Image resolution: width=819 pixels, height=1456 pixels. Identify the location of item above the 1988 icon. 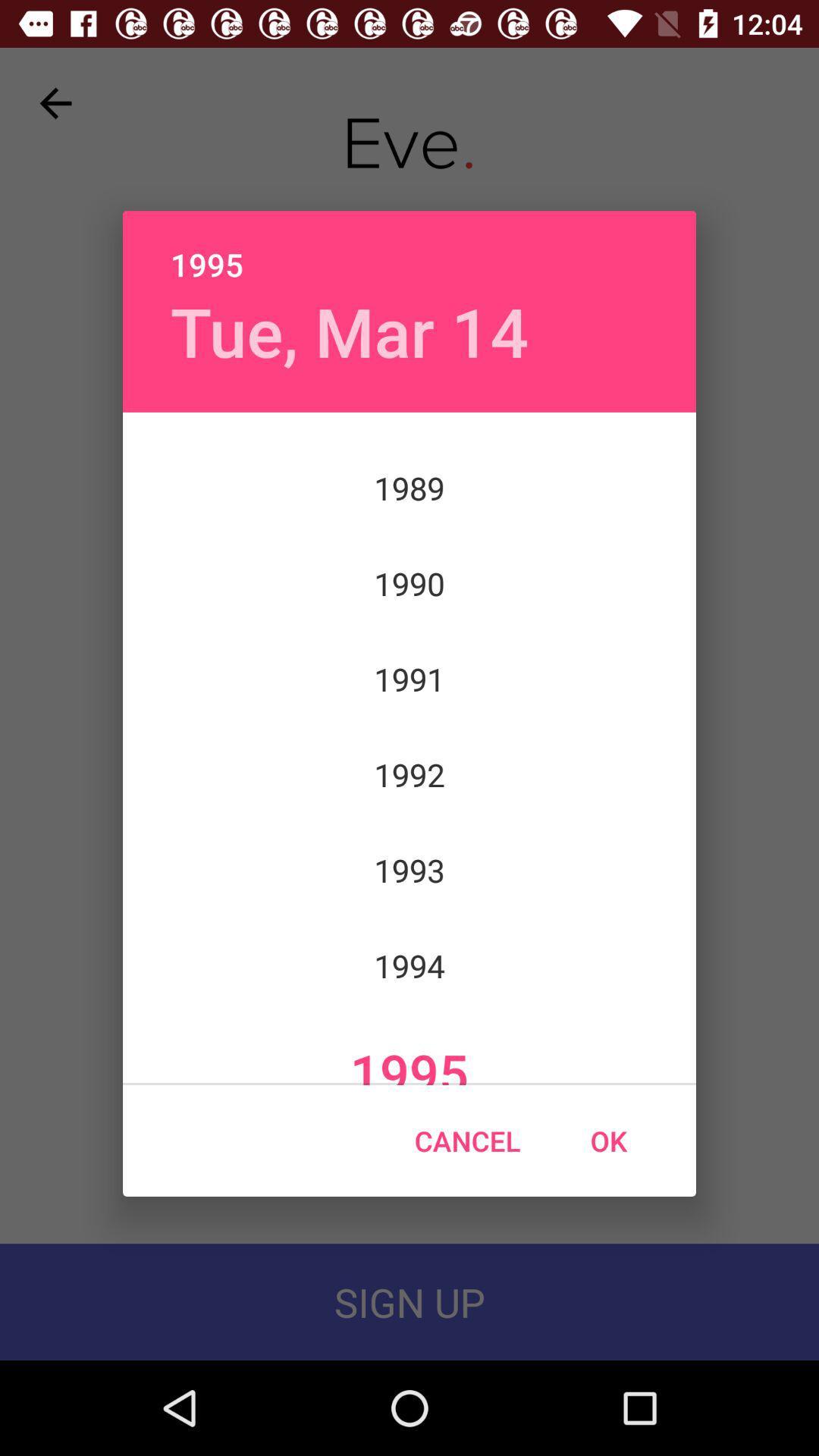
(350, 330).